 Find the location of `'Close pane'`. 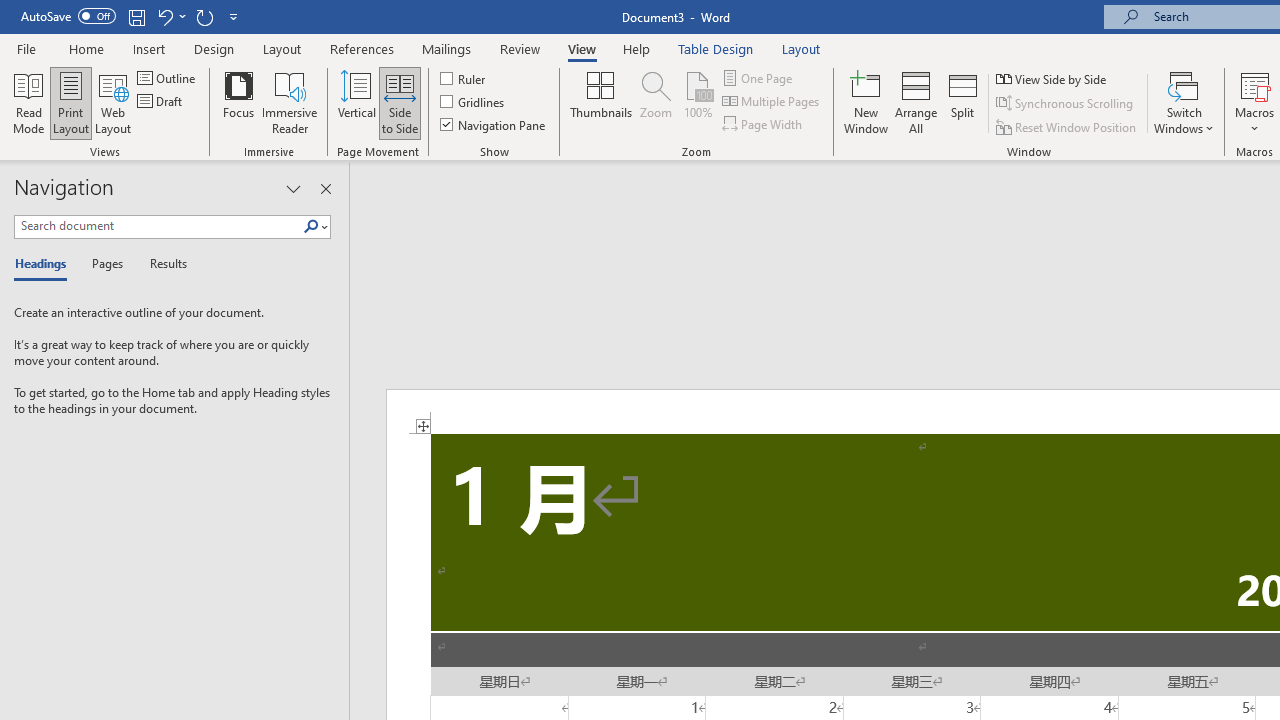

'Close pane' is located at coordinates (325, 189).